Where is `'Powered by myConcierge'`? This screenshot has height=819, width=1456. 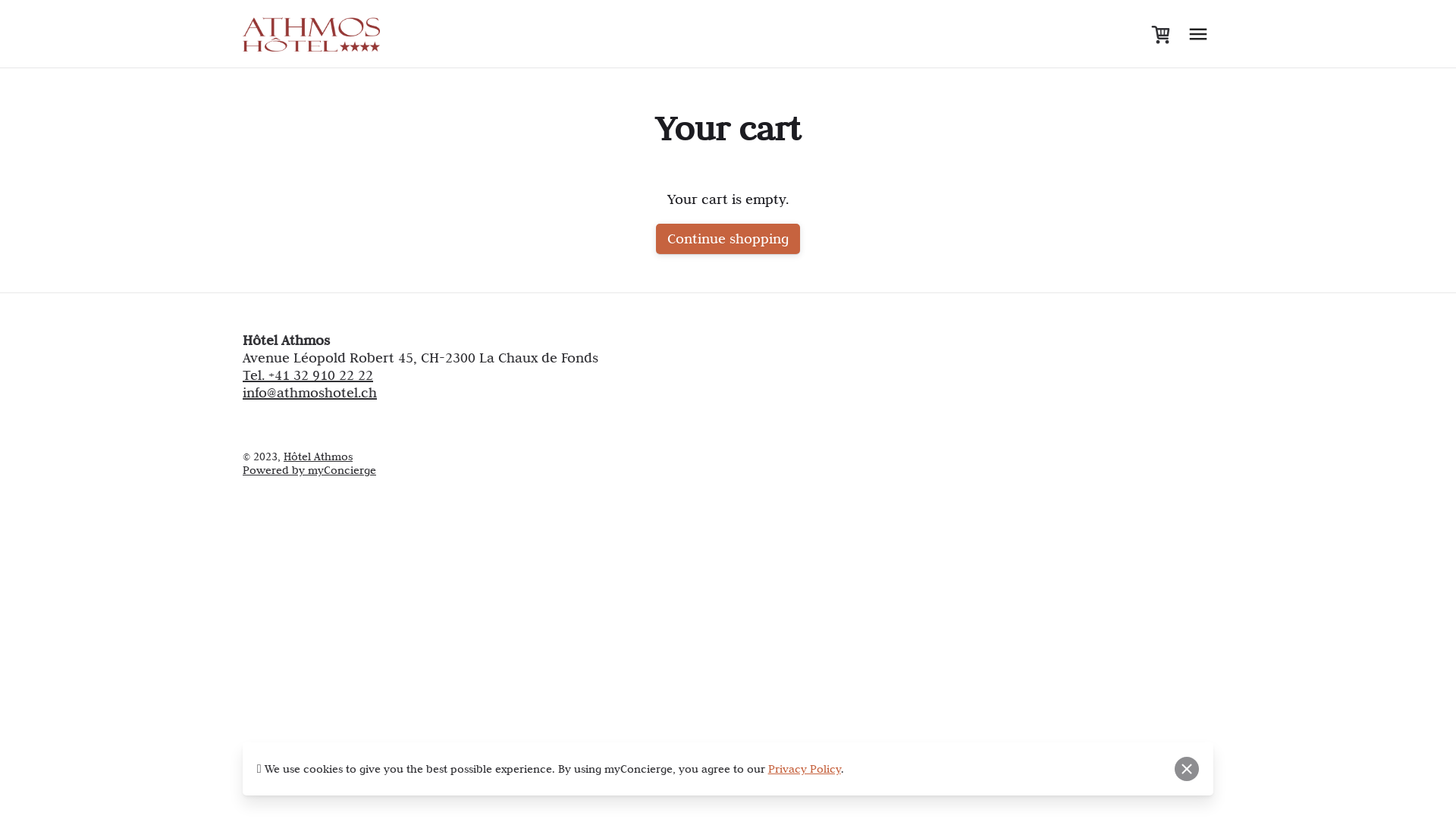 'Powered by myConcierge' is located at coordinates (309, 469).